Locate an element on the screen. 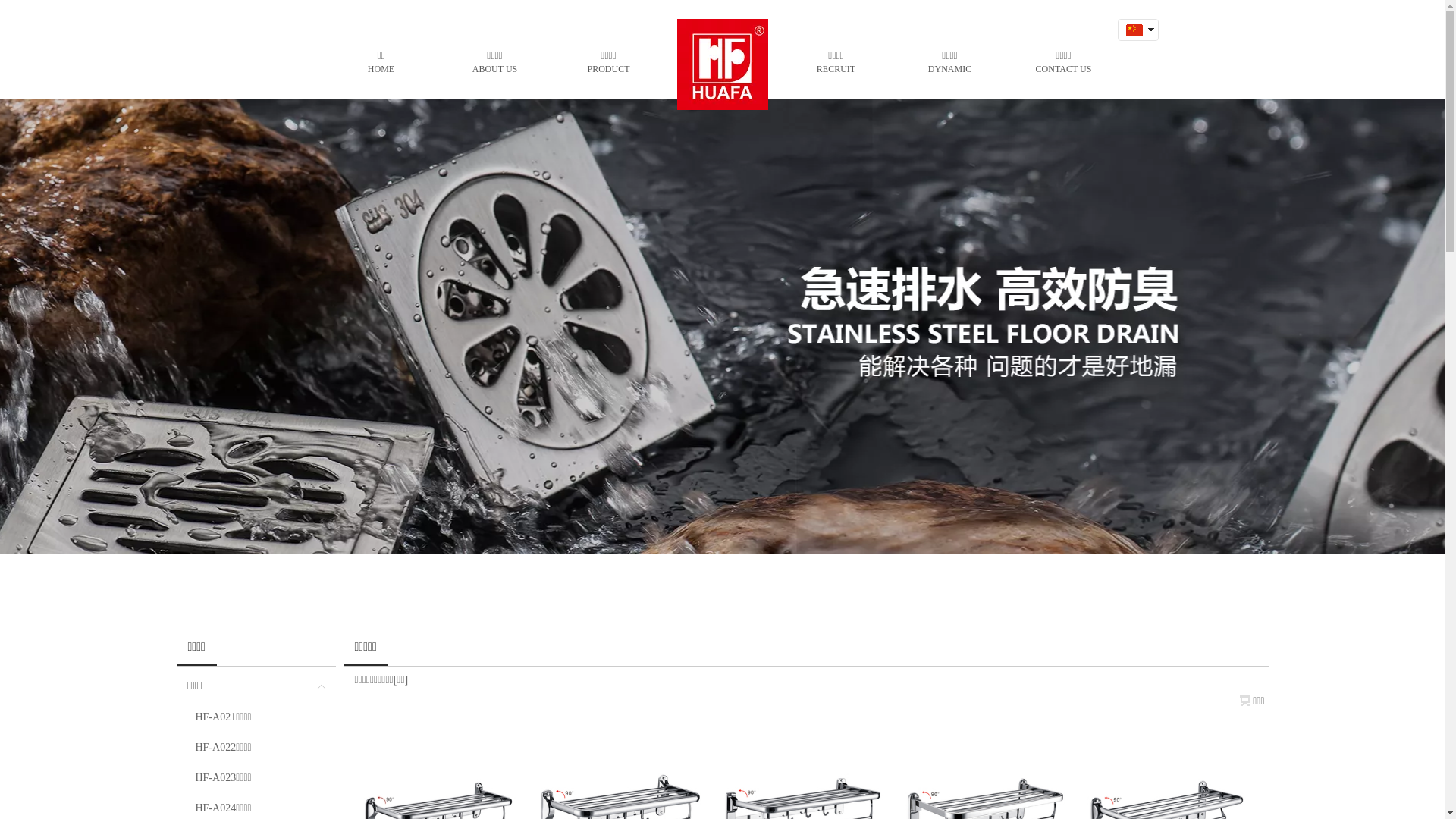  ' ' is located at coordinates (1133, 30).